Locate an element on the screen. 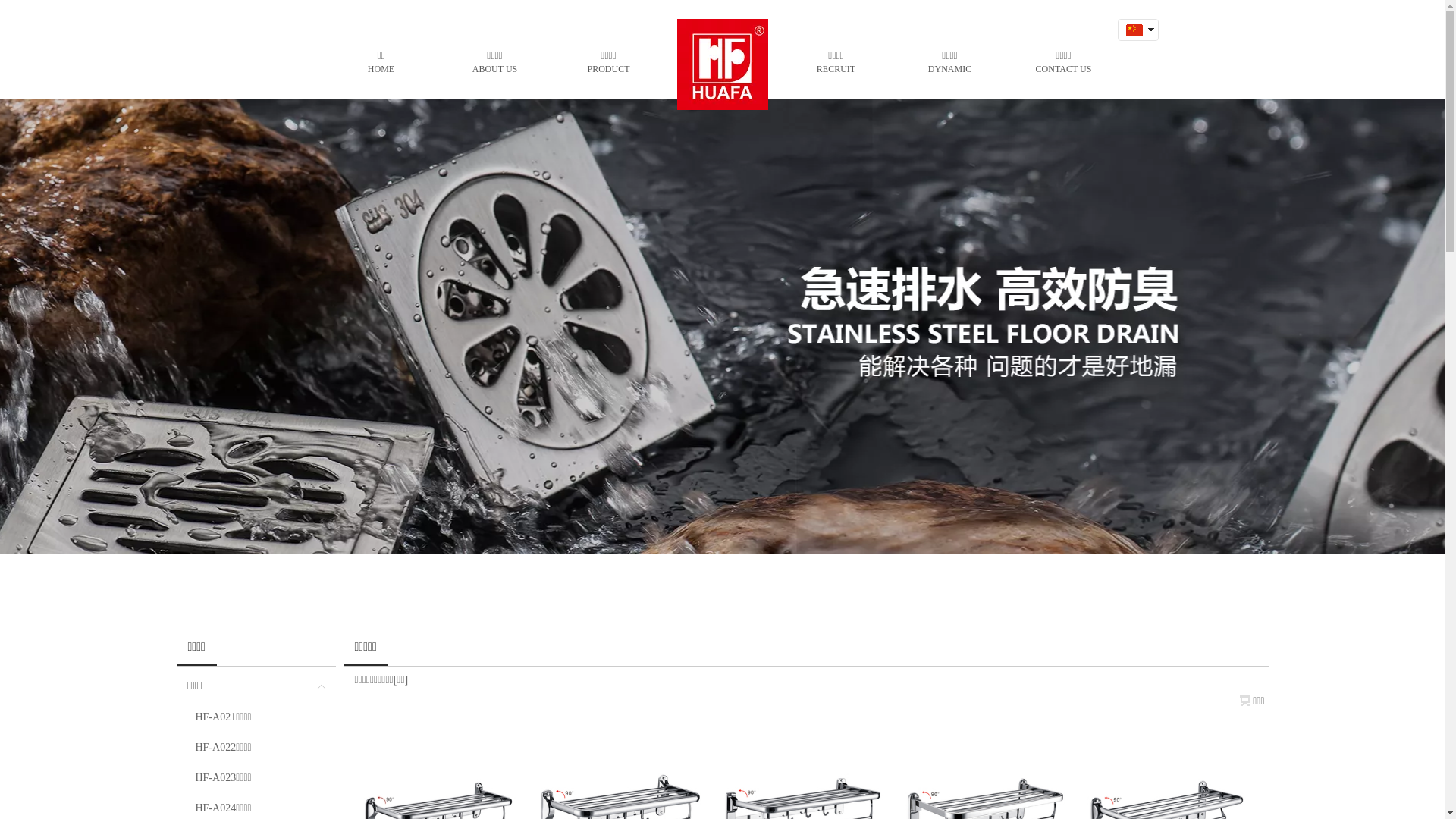  ' ' is located at coordinates (1133, 30).